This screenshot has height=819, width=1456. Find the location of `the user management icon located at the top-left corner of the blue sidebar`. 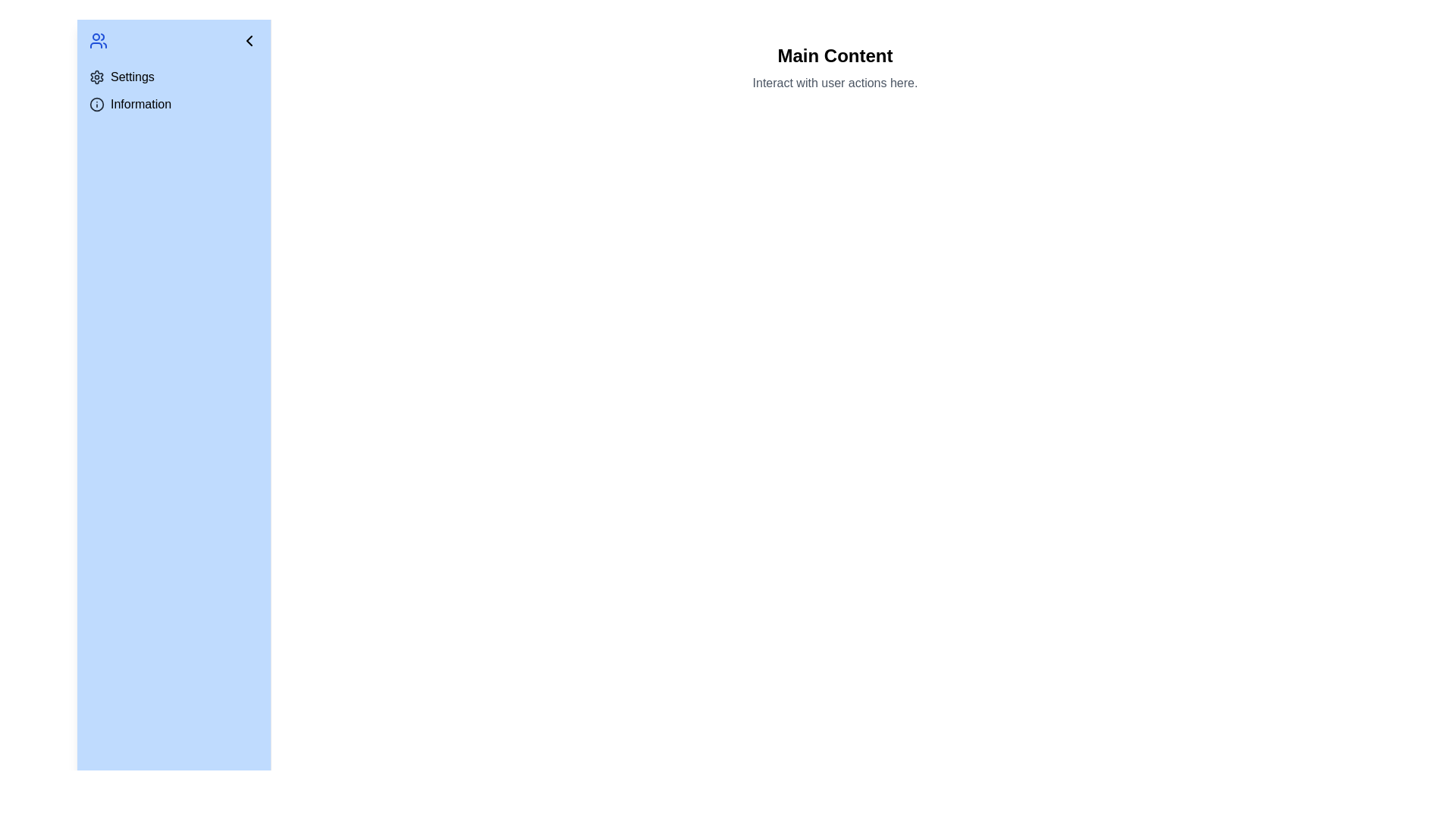

the user management icon located at the top-left corner of the blue sidebar is located at coordinates (97, 40).